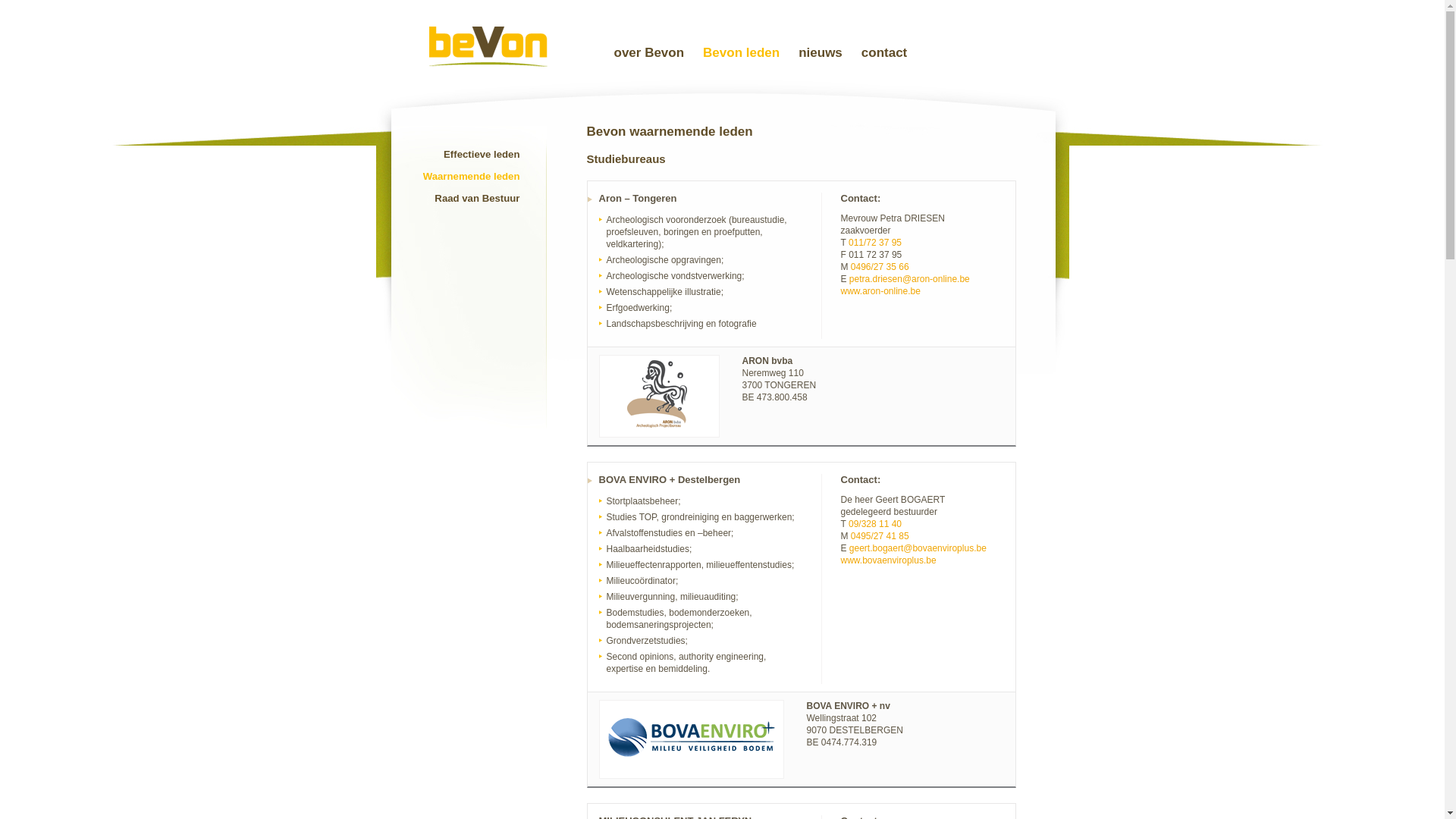 The image size is (1456, 819). Describe the element at coordinates (880, 535) in the screenshot. I see `'0495/27 41 85'` at that location.